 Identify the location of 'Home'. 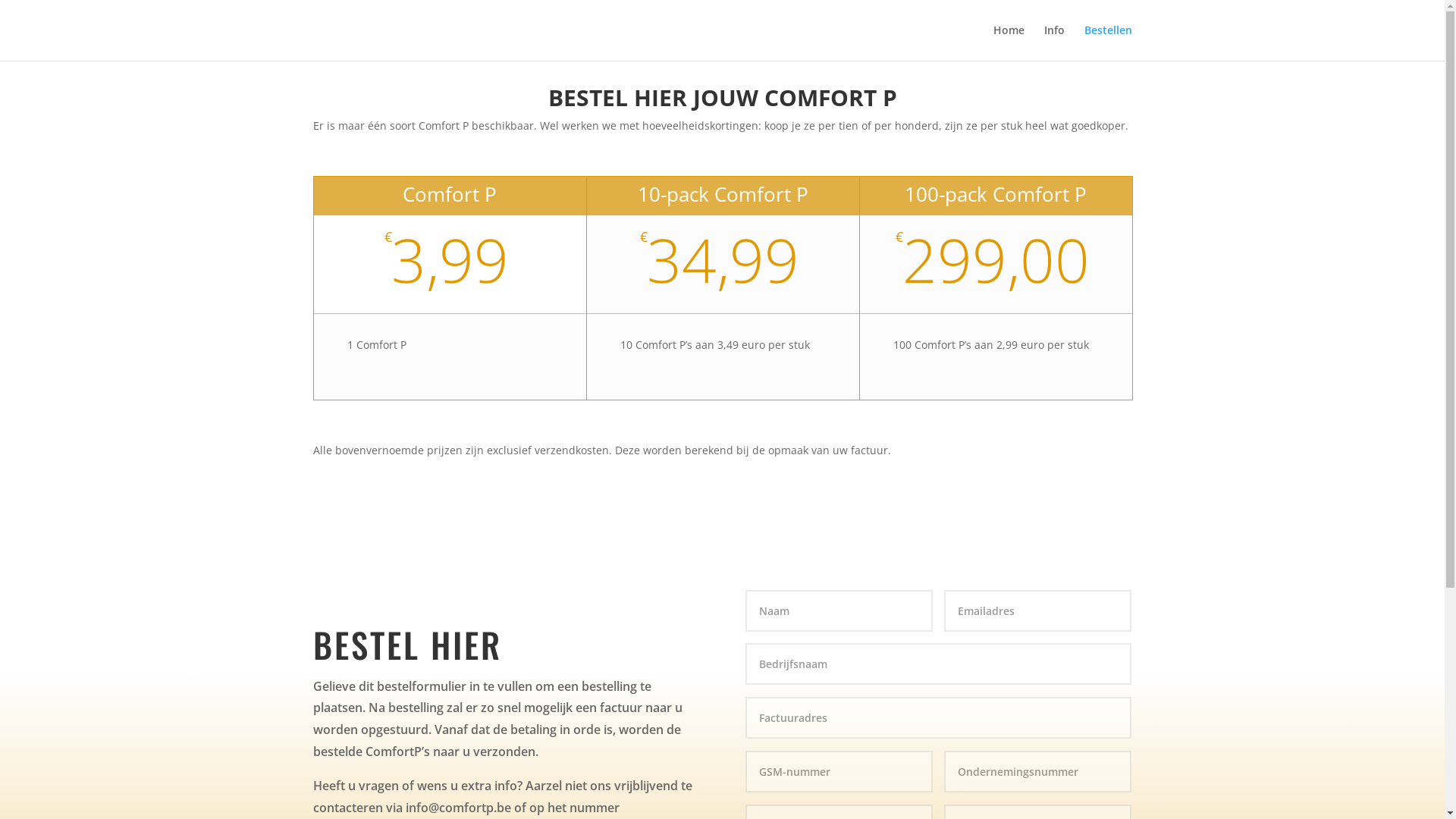
(1009, 42).